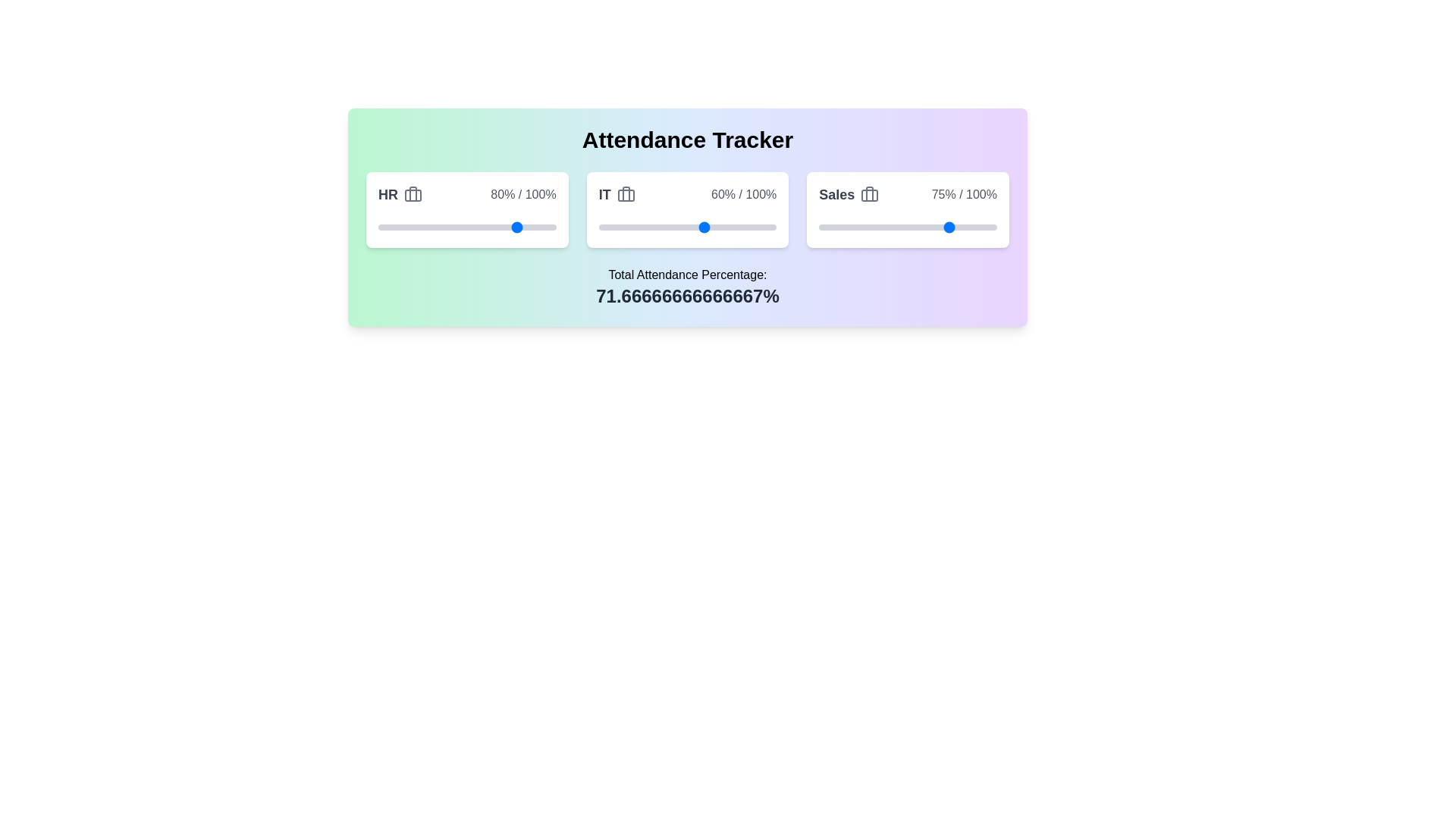 The image size is (1456, 819). I want to click on the IT attendance slider, so click(706, 227).